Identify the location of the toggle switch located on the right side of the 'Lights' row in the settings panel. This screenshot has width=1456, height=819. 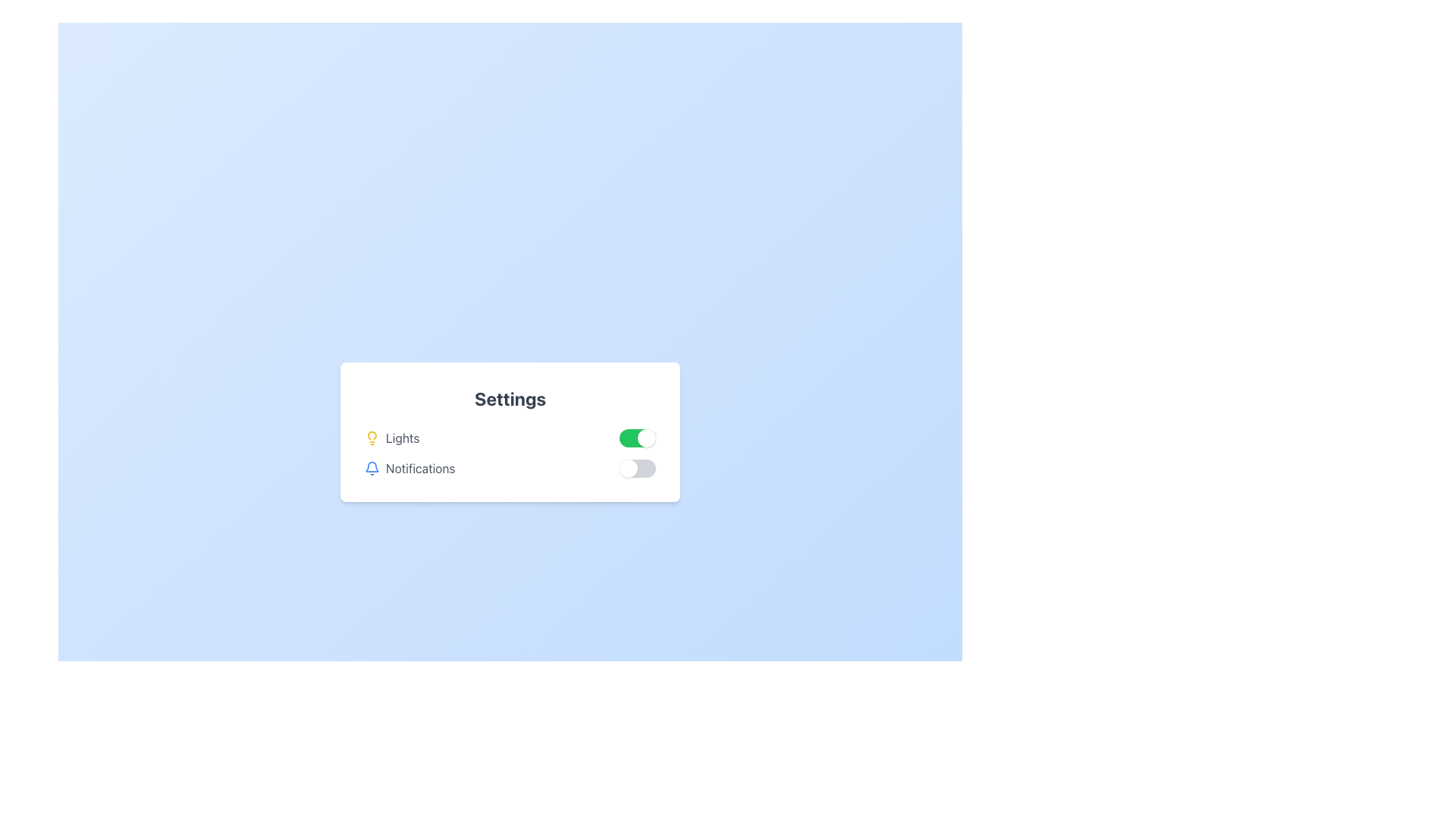
(637, 438).